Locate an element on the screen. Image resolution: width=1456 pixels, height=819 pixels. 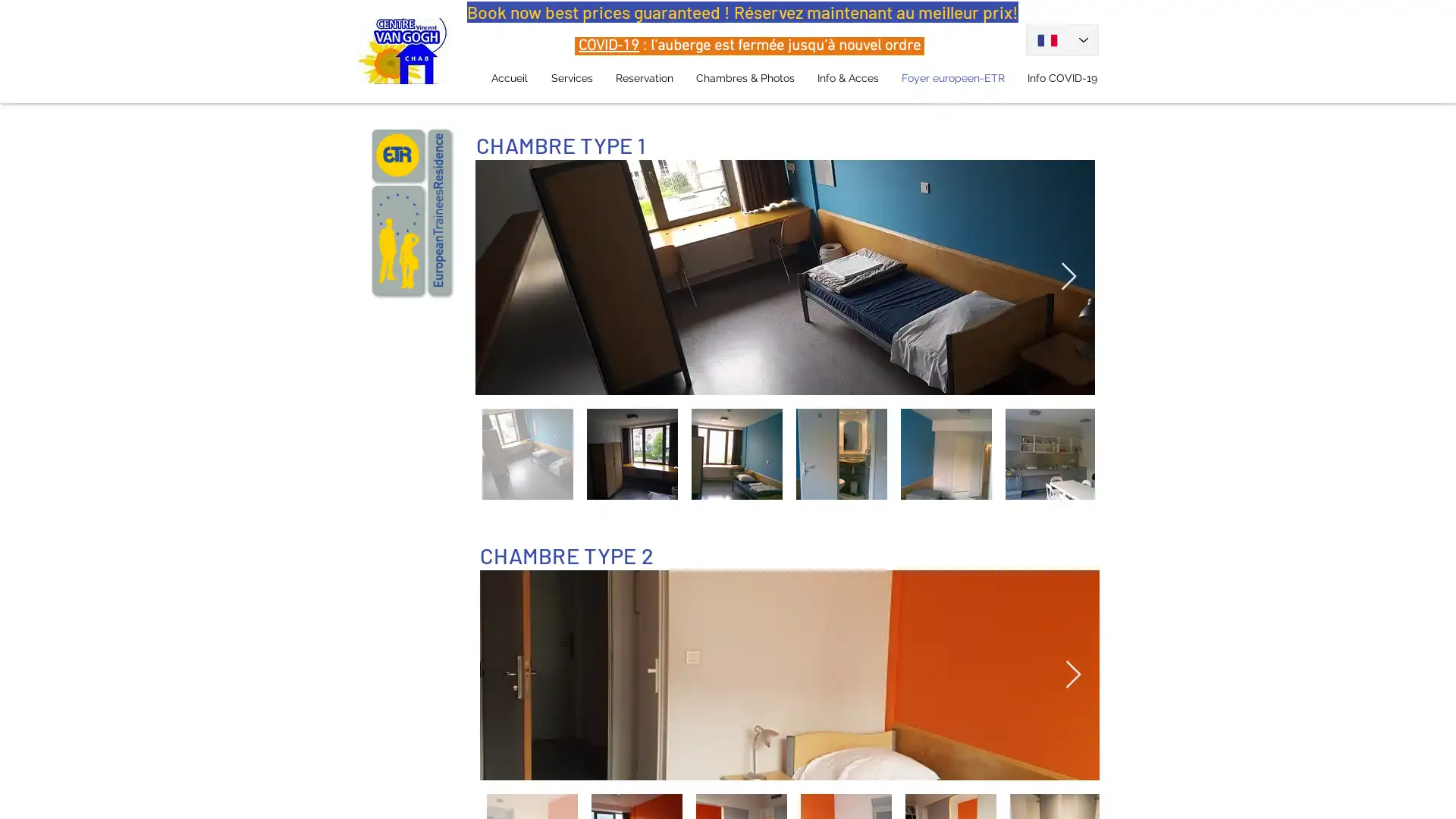
Next Item is located at coordinates (1072, 673).